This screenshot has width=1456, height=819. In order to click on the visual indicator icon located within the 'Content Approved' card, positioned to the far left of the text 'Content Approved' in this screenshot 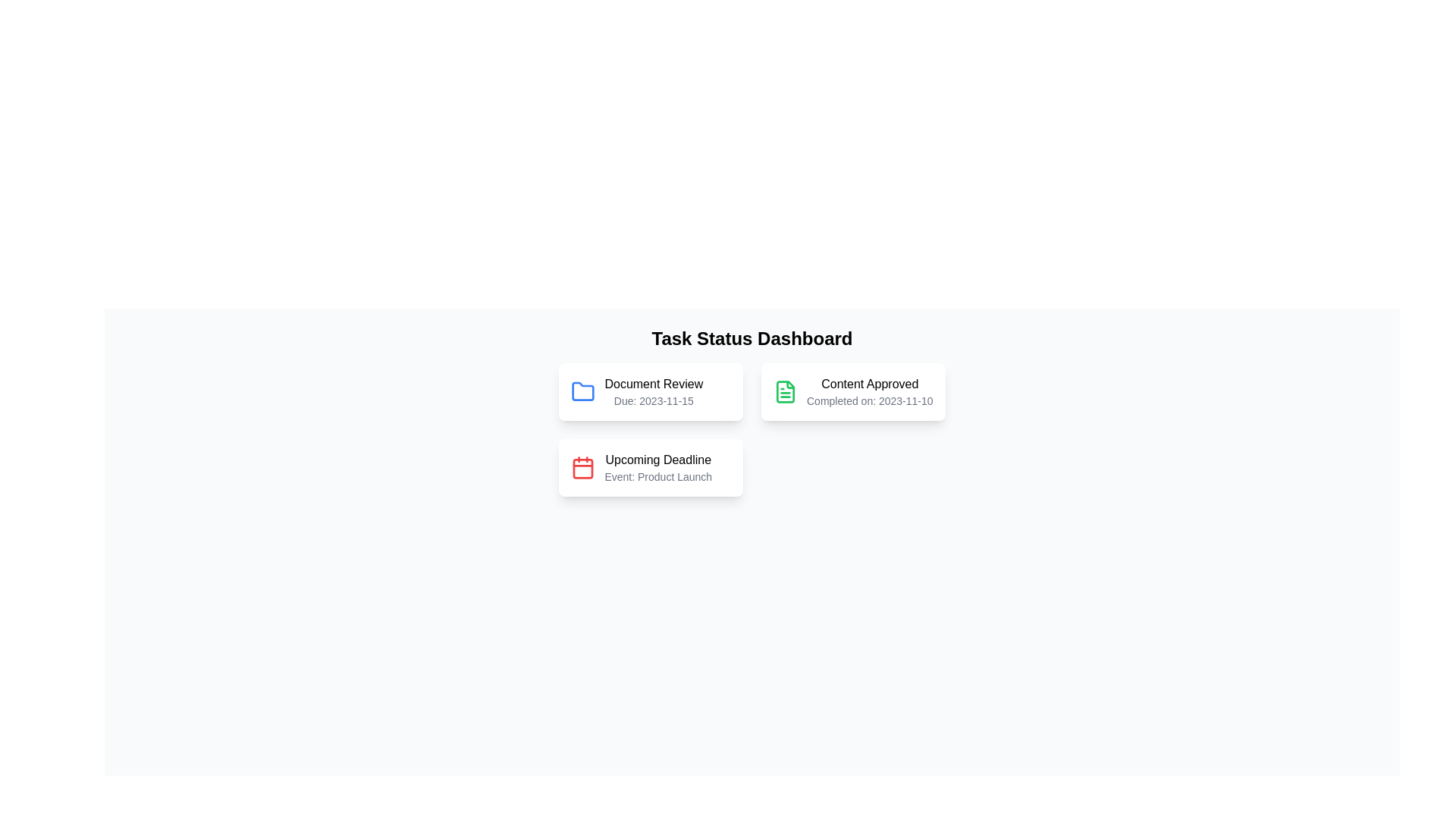, I will do `click(786, 391)`.